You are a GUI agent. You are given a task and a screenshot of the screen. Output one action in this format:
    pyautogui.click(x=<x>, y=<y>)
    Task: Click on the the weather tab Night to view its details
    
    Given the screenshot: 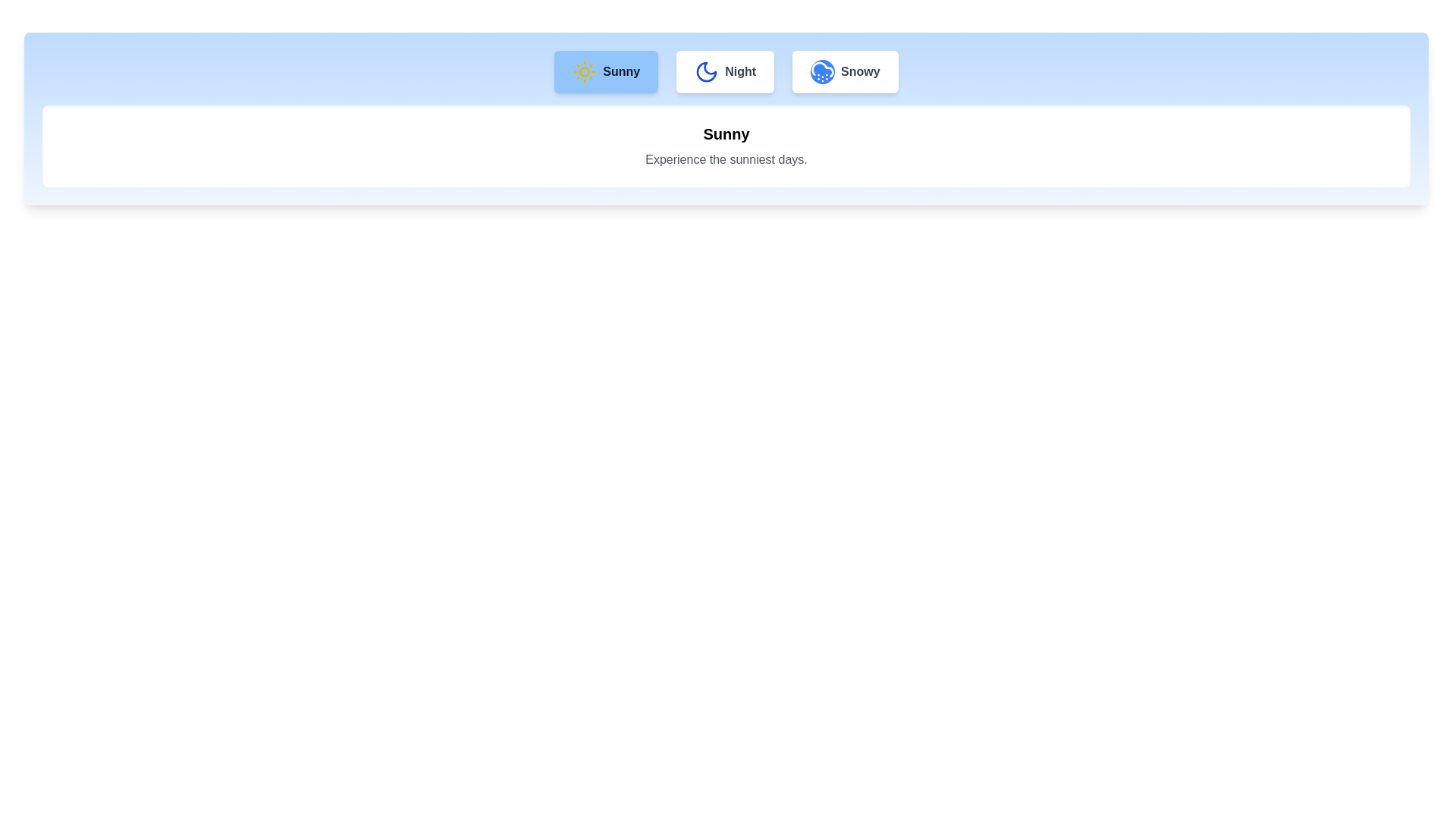 What is the action you would take?
    pyautogui.click(x=724, y=72)
    